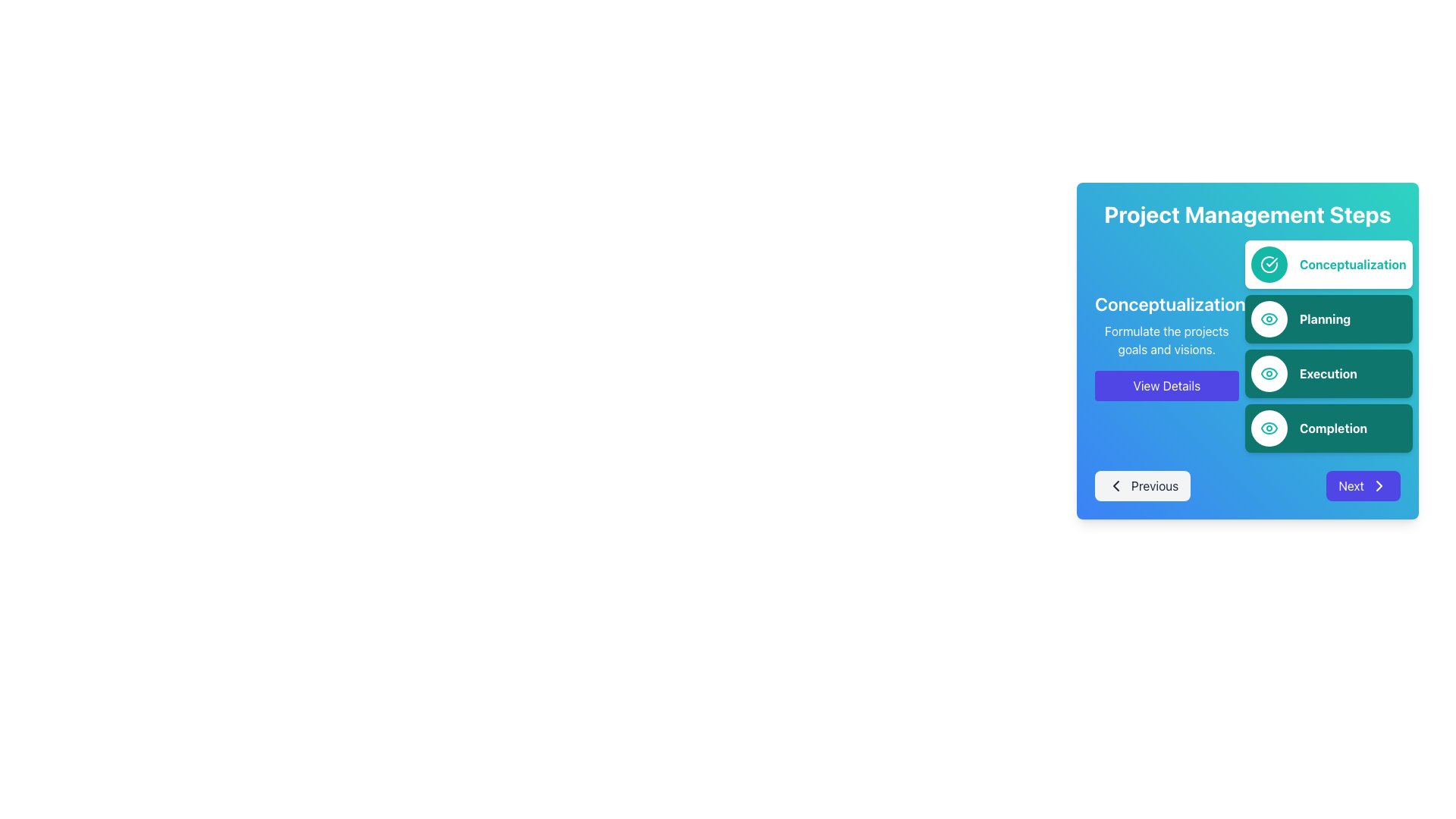  I want to click on the 'Completion' text label in the navigation options under 'Project Management Steps', so click(1332, 428).